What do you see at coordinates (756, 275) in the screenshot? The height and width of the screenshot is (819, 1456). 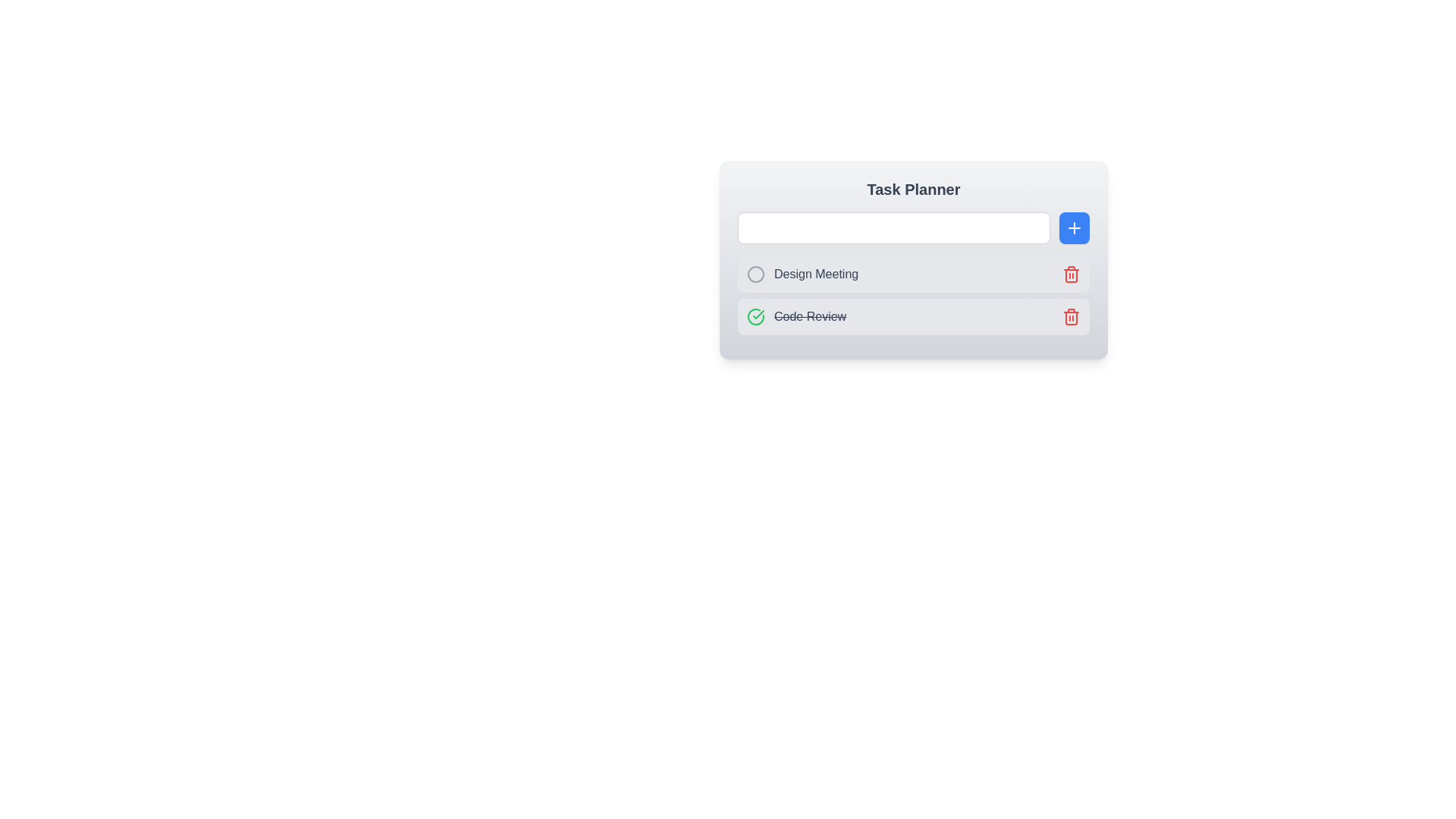 I see `the decorative SVG circle element associated with the 'Design Meeting' task in the task planner interface` at bounding box center [756, 275].